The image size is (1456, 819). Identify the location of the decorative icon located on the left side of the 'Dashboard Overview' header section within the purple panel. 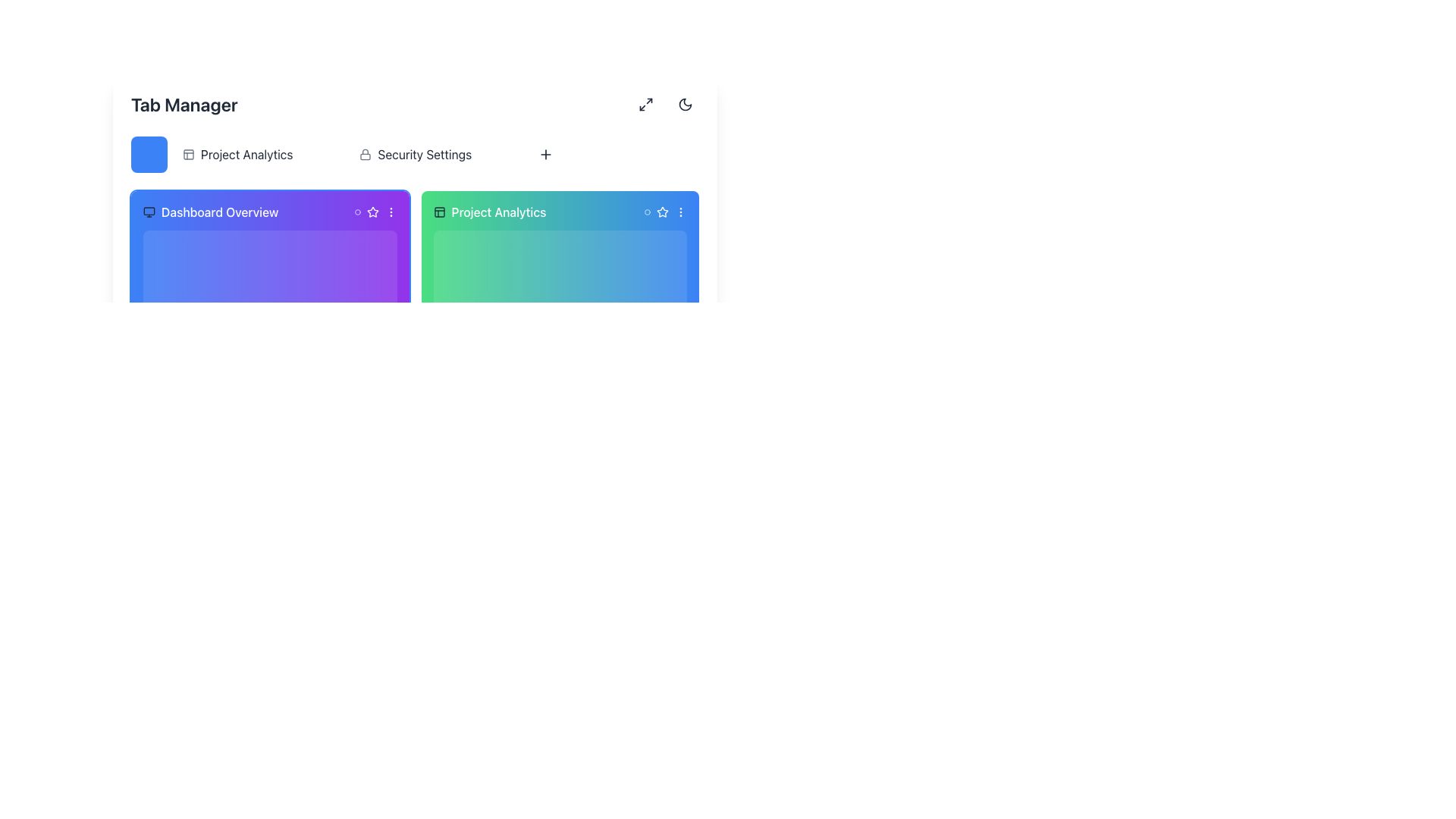
(149, 212).